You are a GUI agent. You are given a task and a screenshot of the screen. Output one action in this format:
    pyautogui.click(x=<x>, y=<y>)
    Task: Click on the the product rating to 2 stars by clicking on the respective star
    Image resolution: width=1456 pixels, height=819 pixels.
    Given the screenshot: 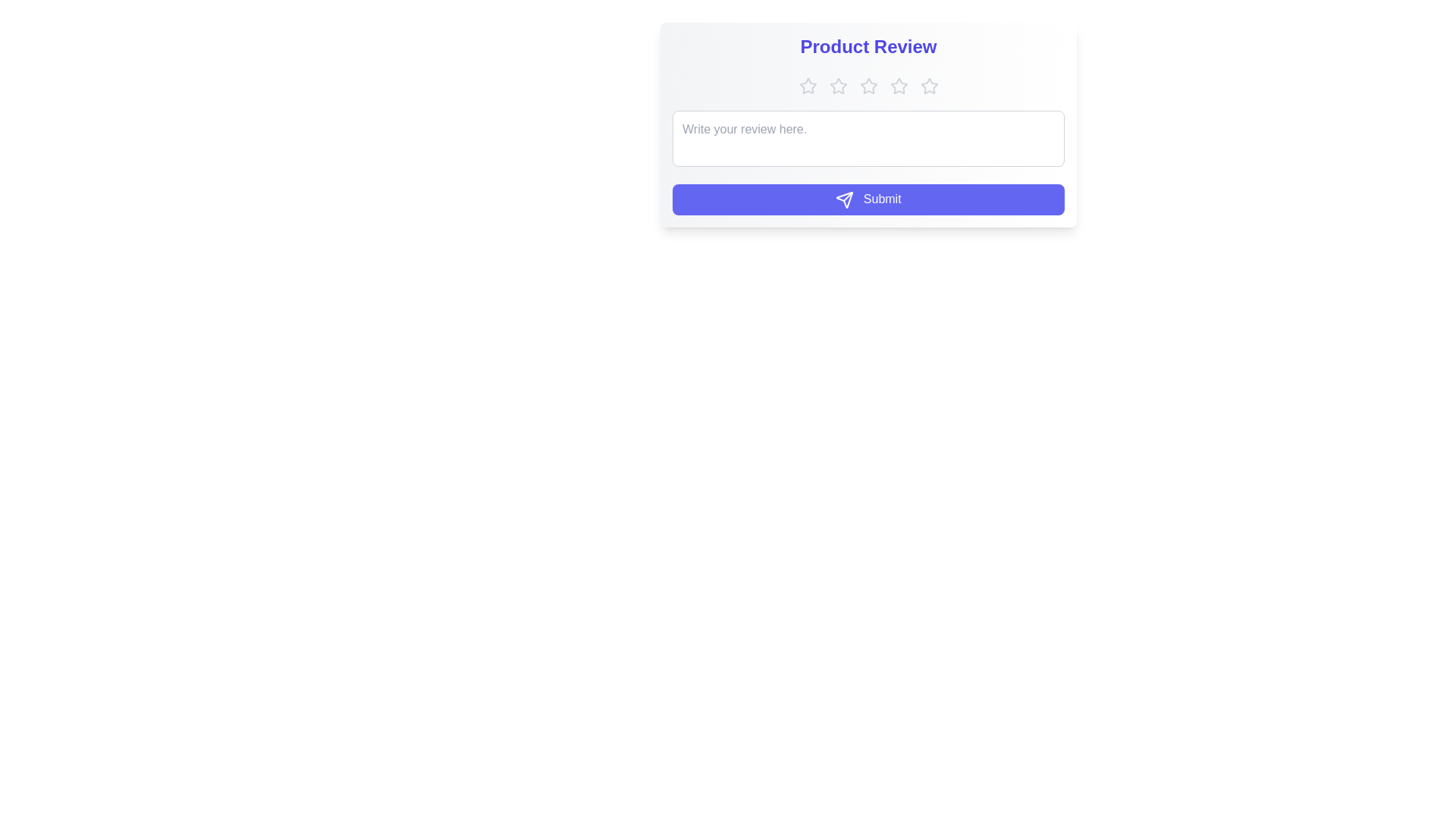 What is the action you would take?
    pyautogui.click(x=837, y=86)
    